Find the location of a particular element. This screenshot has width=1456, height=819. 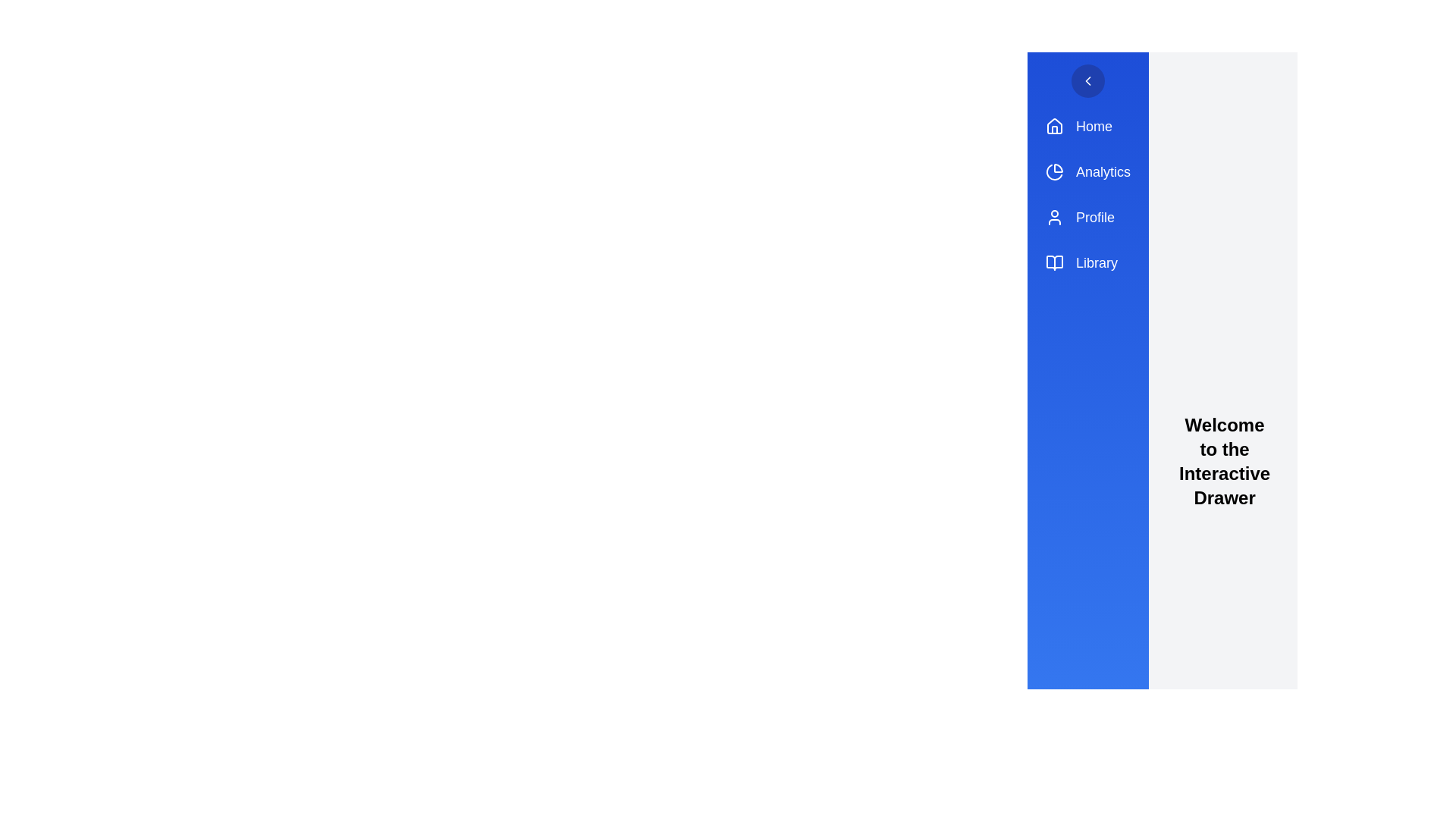

the menu item labeled Library to navigate is located at coordinates (1087, 262).